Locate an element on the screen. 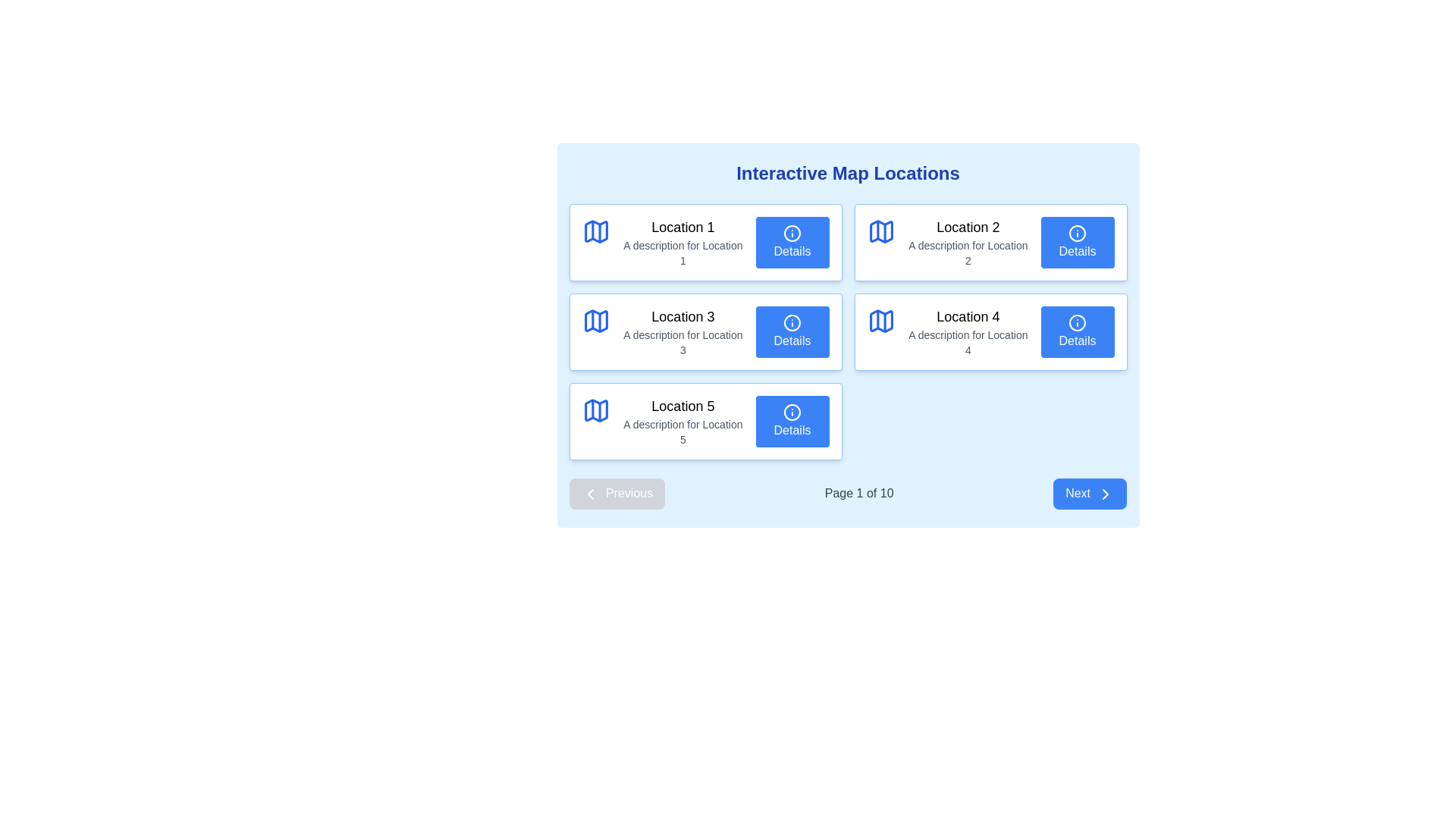 The height and width of the screenshot is (819, 1456). the 'Previous' button, which is a rounded rectangle with a blue background and white text, located at the bottom-left corner of the pagination bar is located at coordinates (617, 494).